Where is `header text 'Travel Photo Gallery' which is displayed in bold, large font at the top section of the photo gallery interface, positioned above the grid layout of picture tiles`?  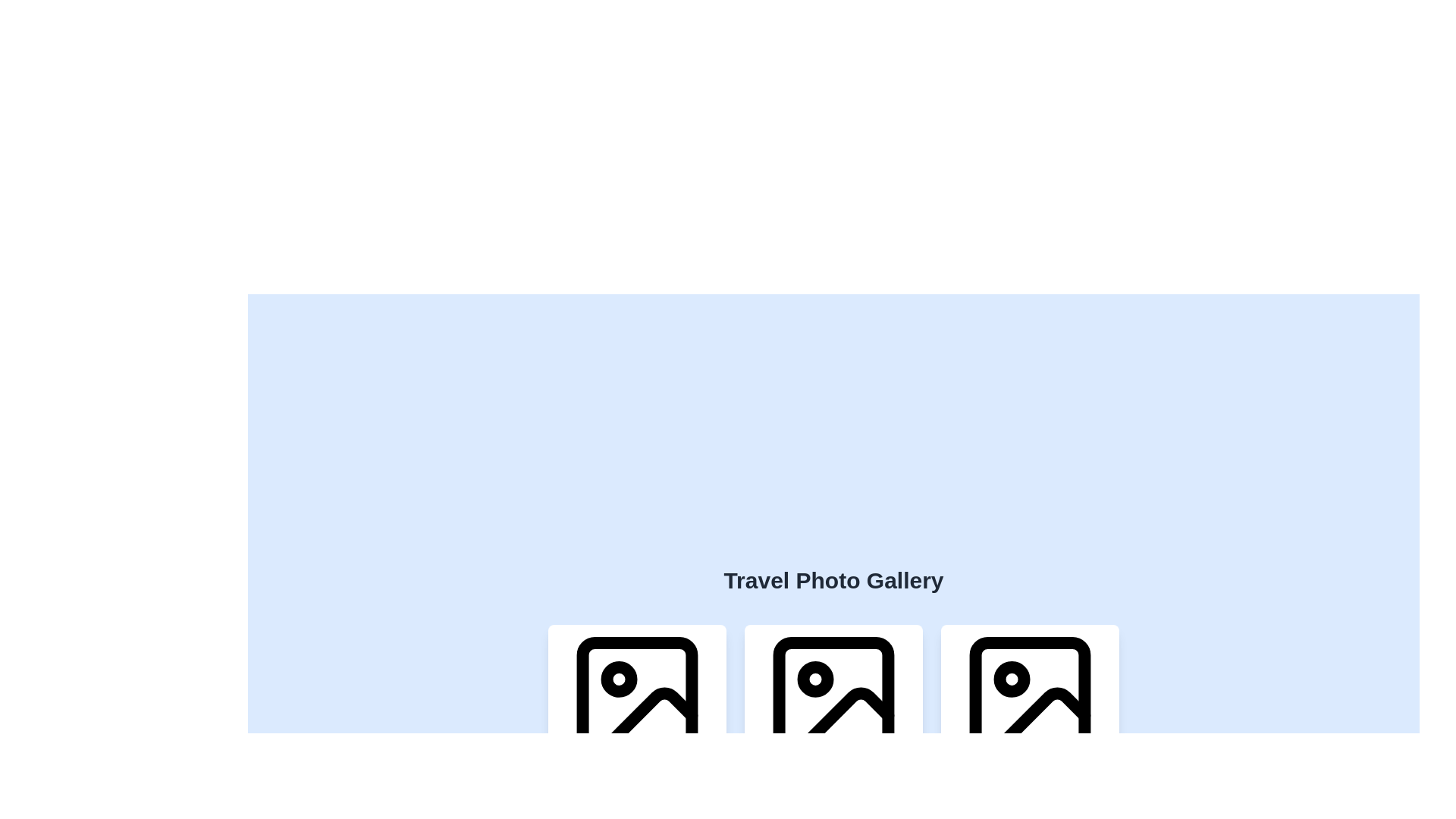 header text 'Travel Photo Gallery' which is displayed in bold, large font at the top section of the photo gallery interface, positioned above the grid layout of picture tiles is located at coordinates (833, 580).